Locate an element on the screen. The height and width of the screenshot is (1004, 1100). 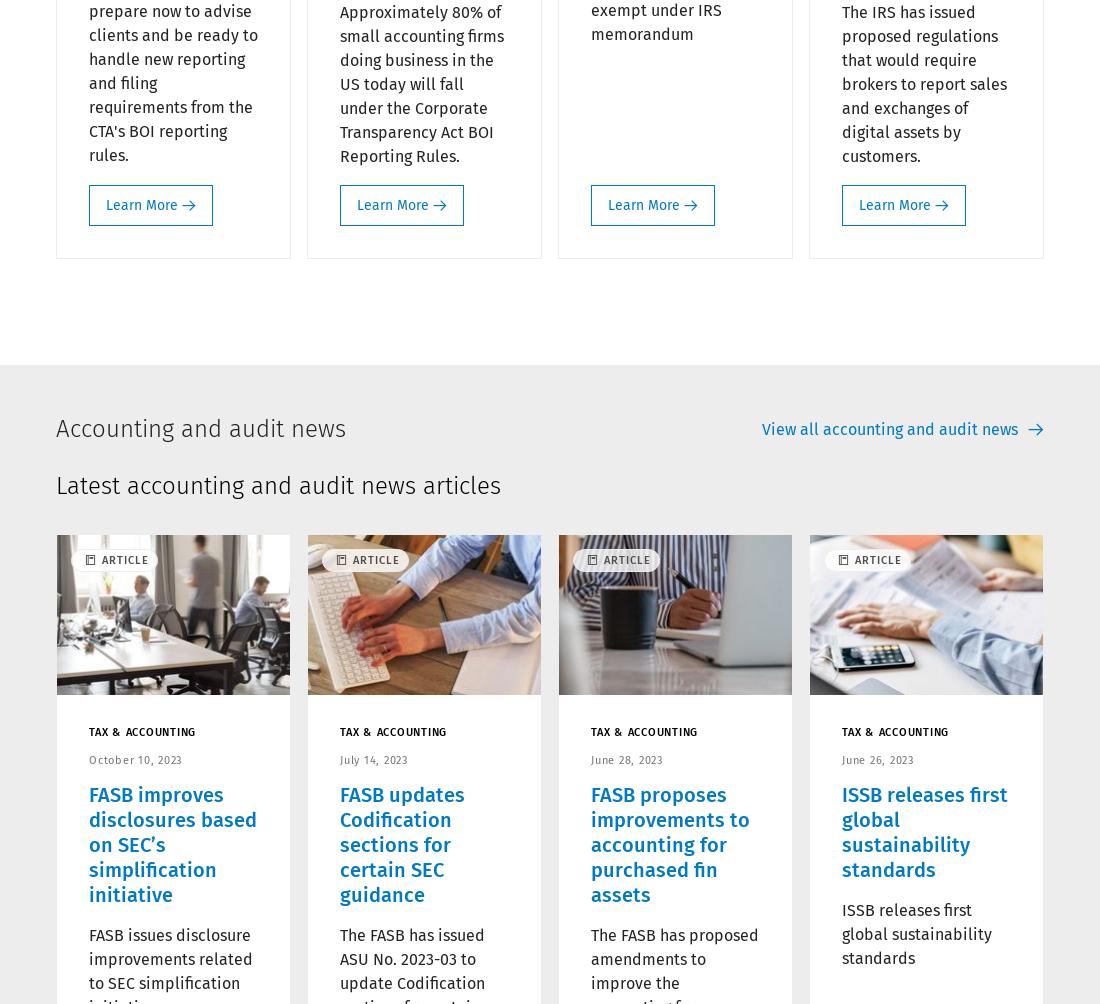
'View all accounting and audit news' is located at coordinates (761, 427).